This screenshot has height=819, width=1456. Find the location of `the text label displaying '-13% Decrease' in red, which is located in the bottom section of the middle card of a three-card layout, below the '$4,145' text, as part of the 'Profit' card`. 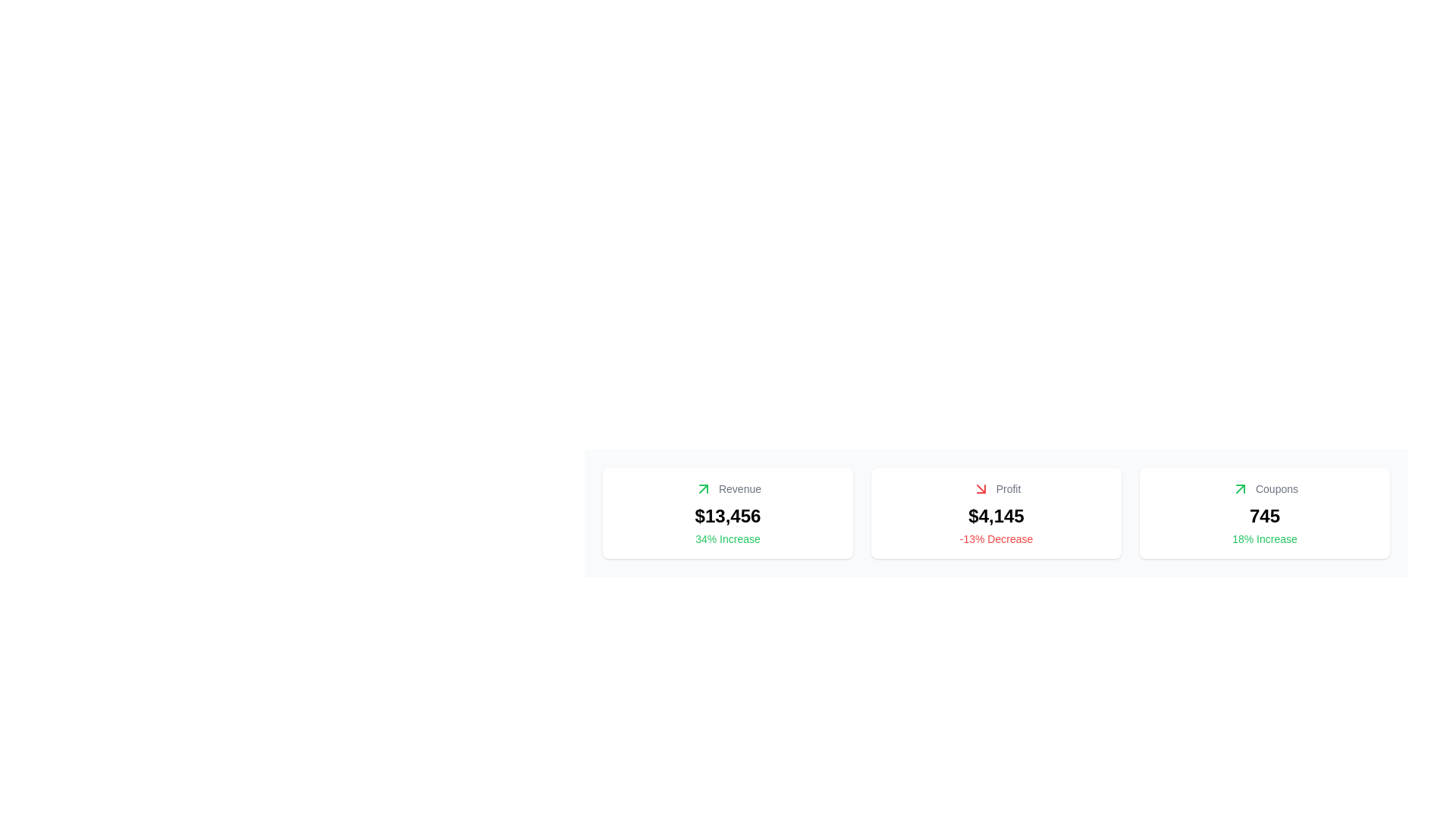

the text label displaying '-13% Decrease' in red, which is located in the bottom section of the middle card of a three-card layout, below the '$4,145' text, as part of the 'Profit' card is located at coordinates (996, 538).